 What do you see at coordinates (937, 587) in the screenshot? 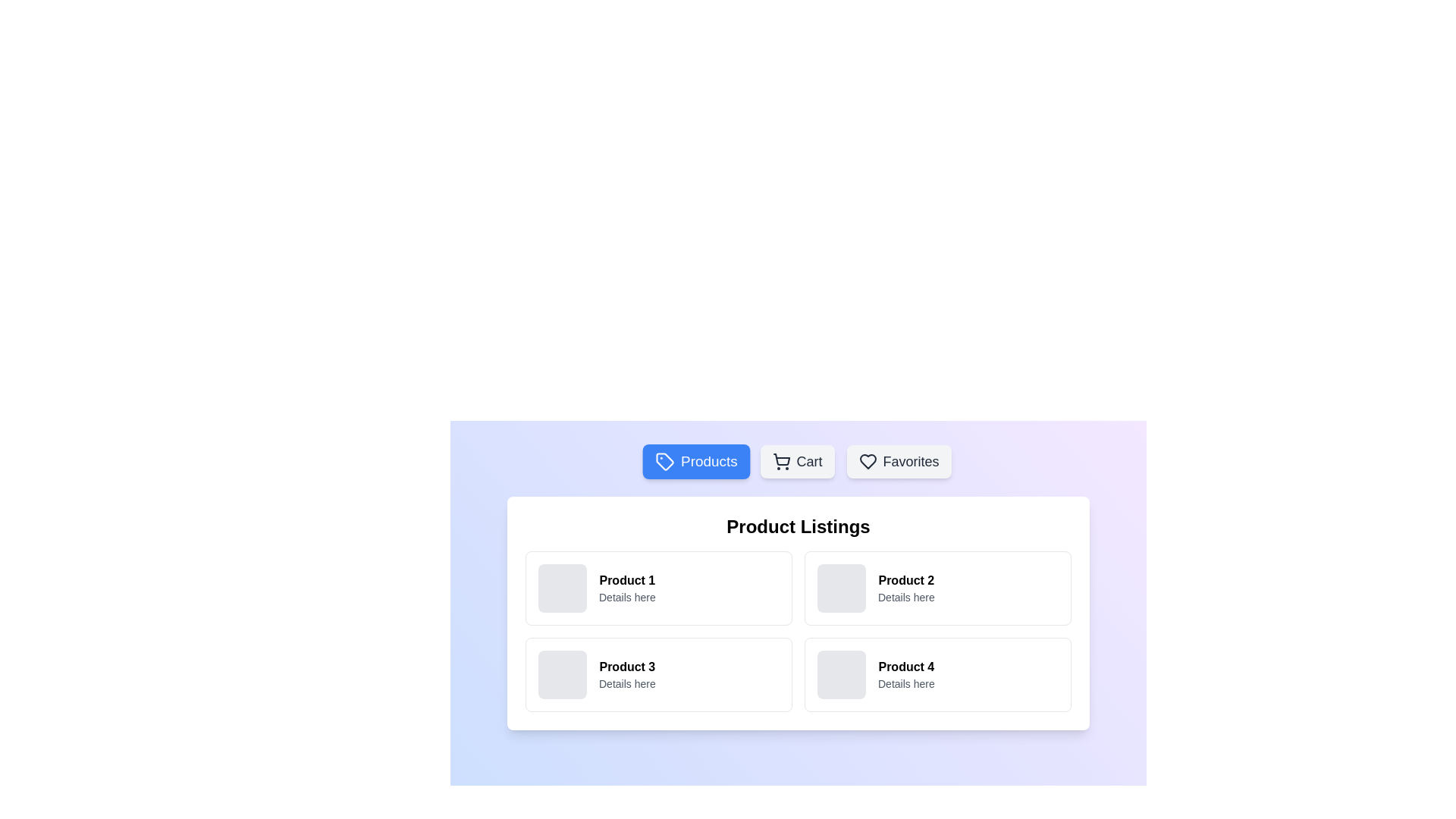
I see `the Informational card component labeled 'Product 2' located in the first row and second column of the grid layout` at bounding box center [937, 587].